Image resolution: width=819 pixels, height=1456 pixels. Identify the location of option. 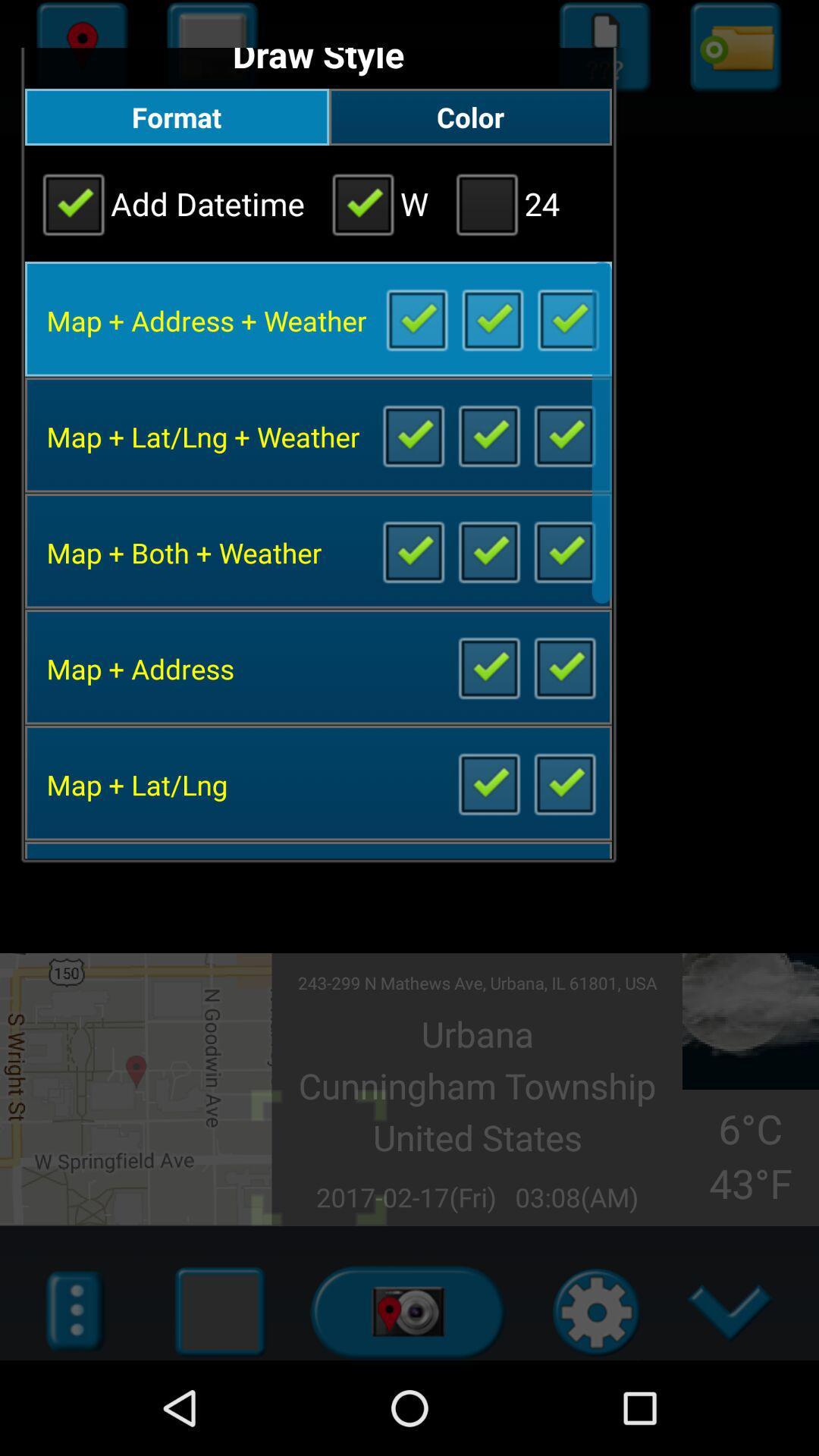
(564, 550).